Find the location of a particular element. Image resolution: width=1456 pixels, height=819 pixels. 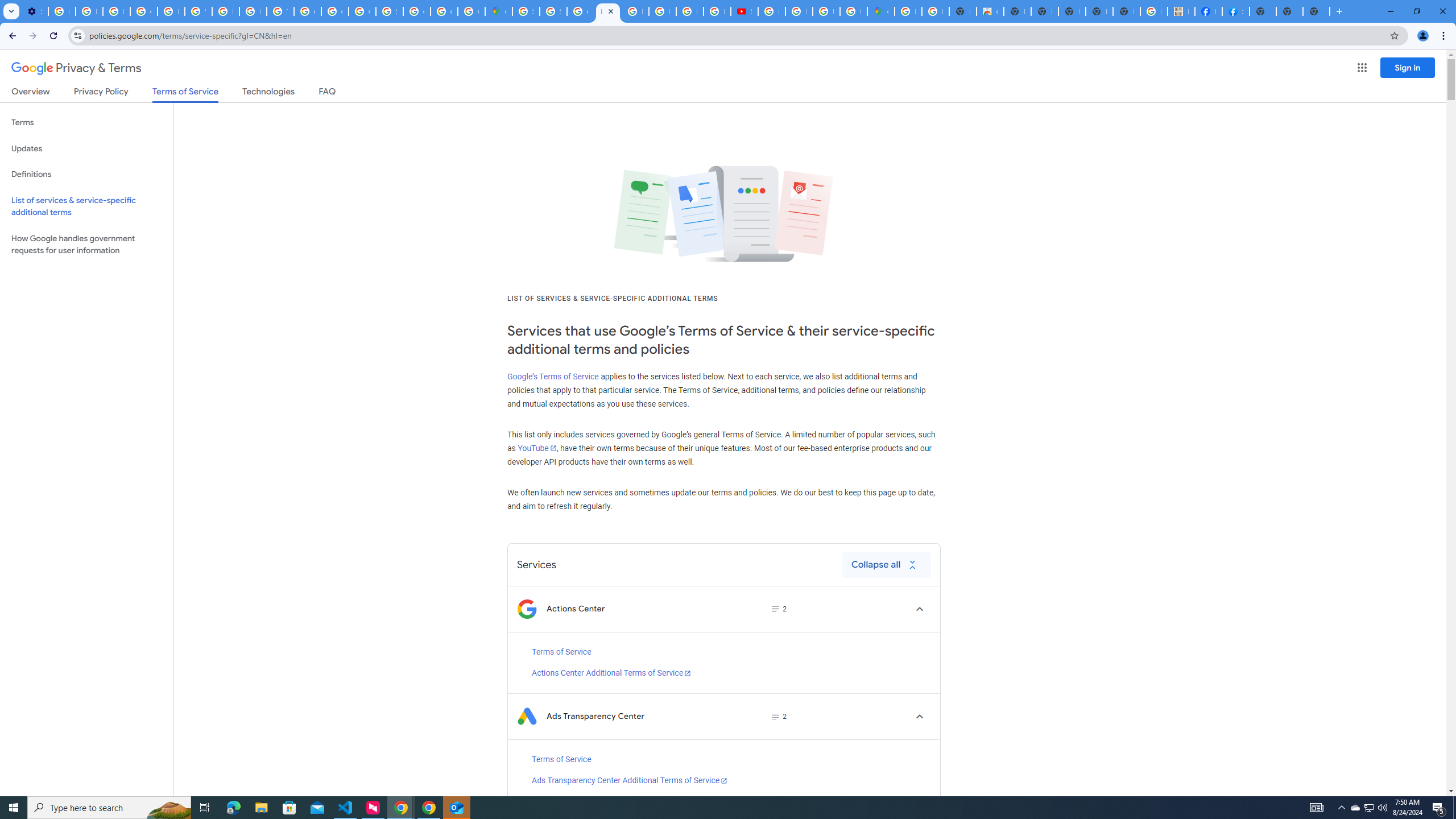

'Settings - Customize profile' is located at coordinates (35, 11).